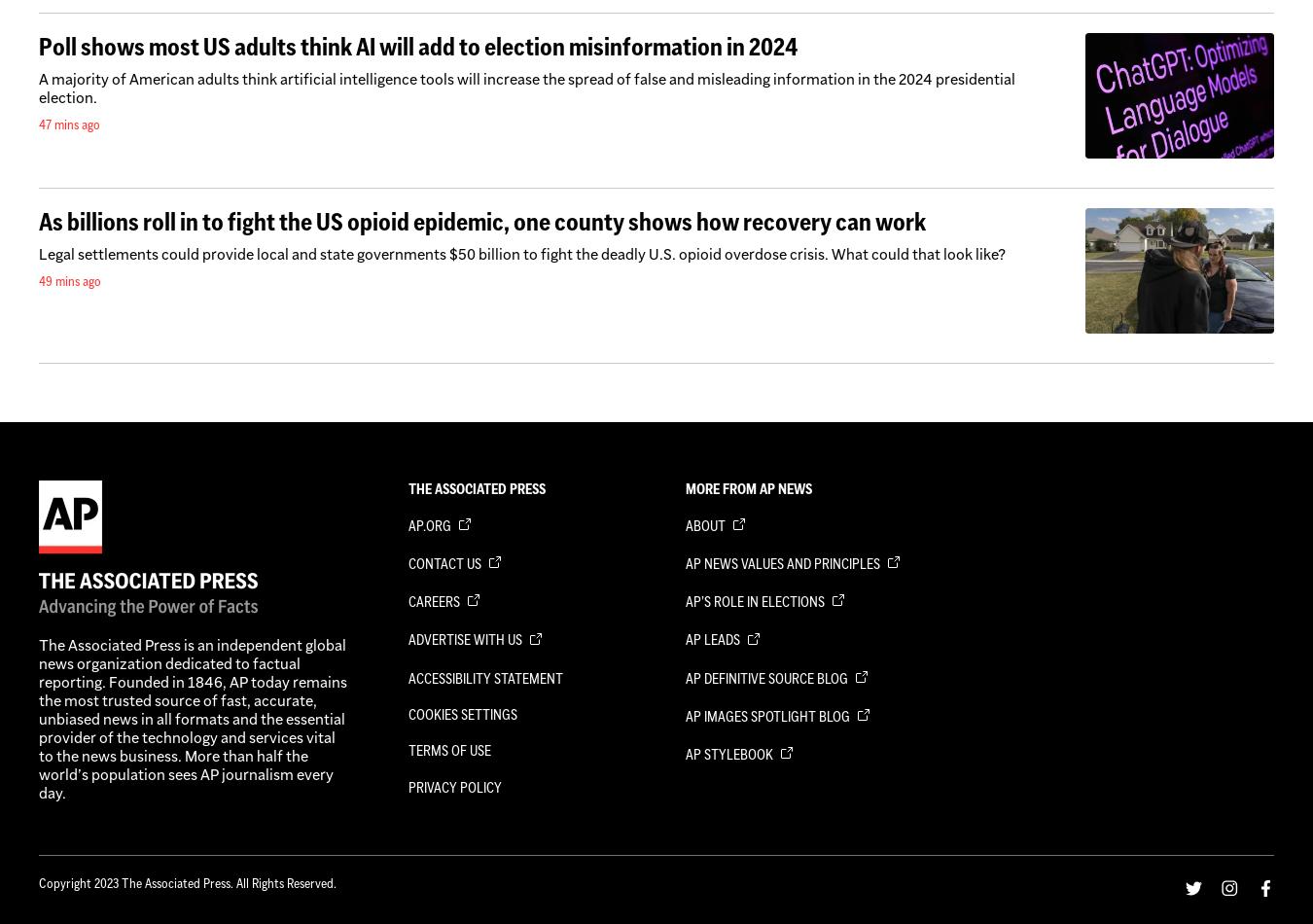 The image size is (1313, 924). I want to click on '47 mins ago', so click(37, 124).